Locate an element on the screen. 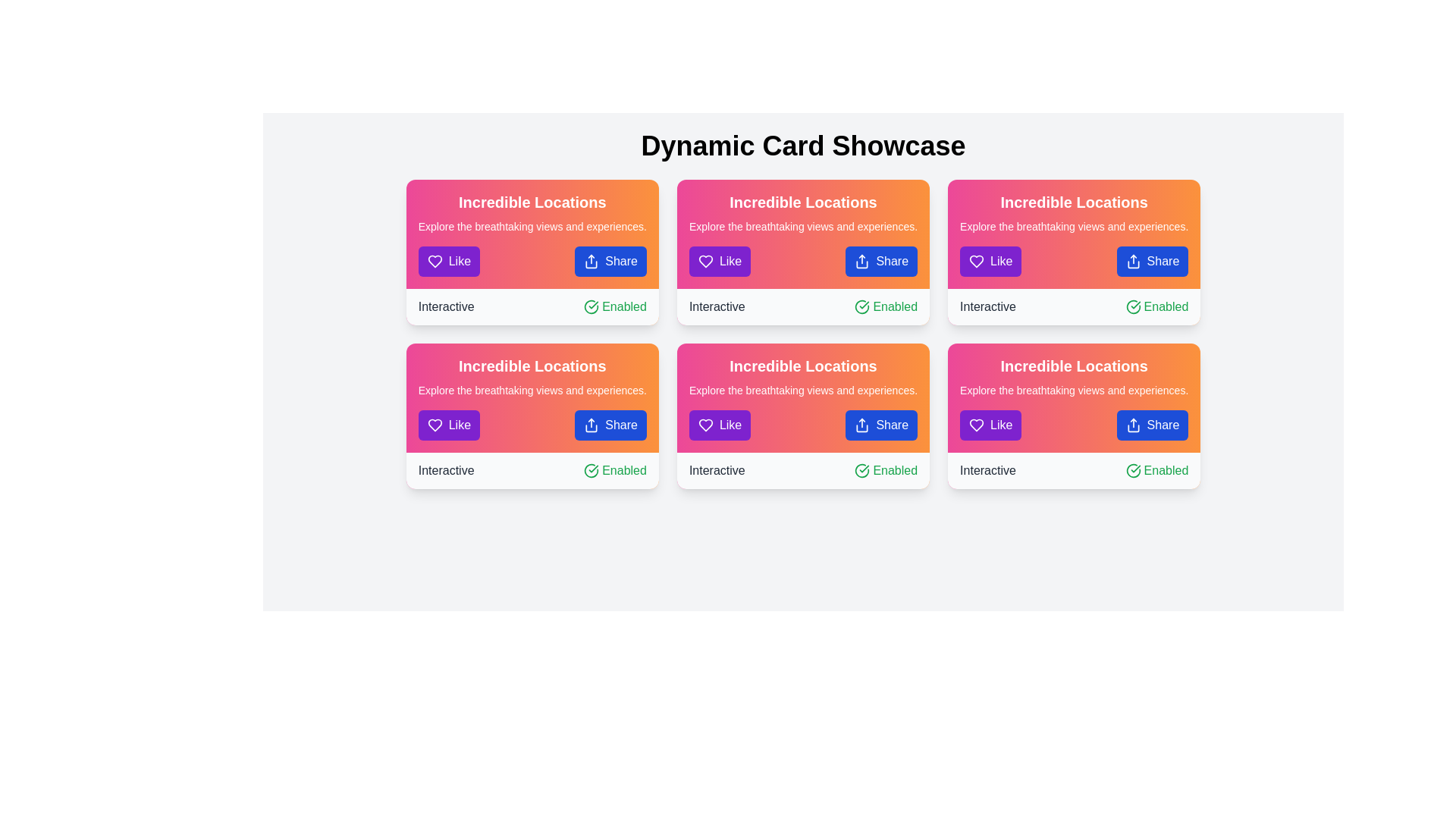  the share icon located inside the 'Share' button in the second card of the second row of the displayed grid layout is located at coordinates (862, 425).